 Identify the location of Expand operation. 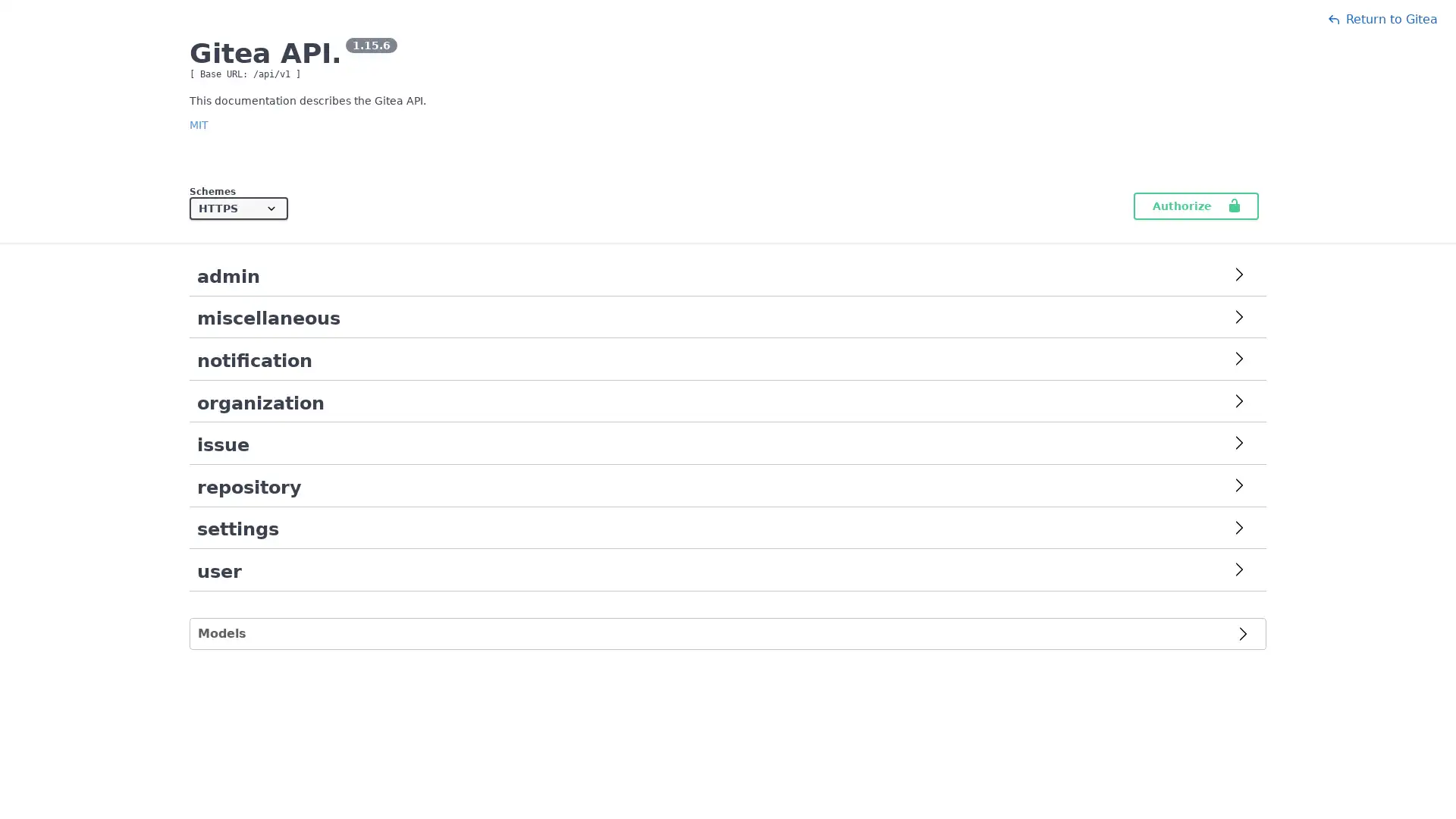
(1238, 529).